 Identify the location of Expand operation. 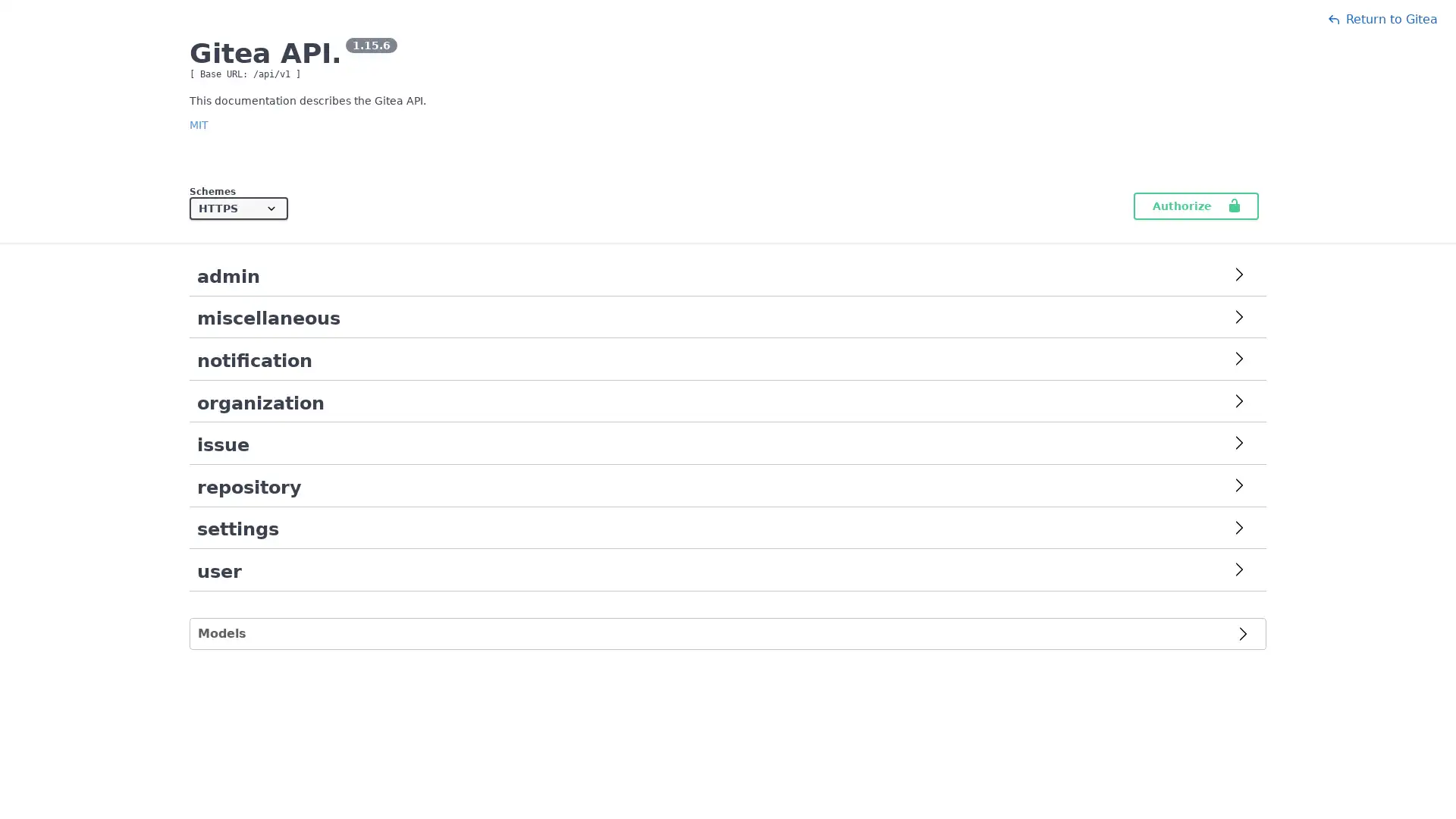
(1238, 529).